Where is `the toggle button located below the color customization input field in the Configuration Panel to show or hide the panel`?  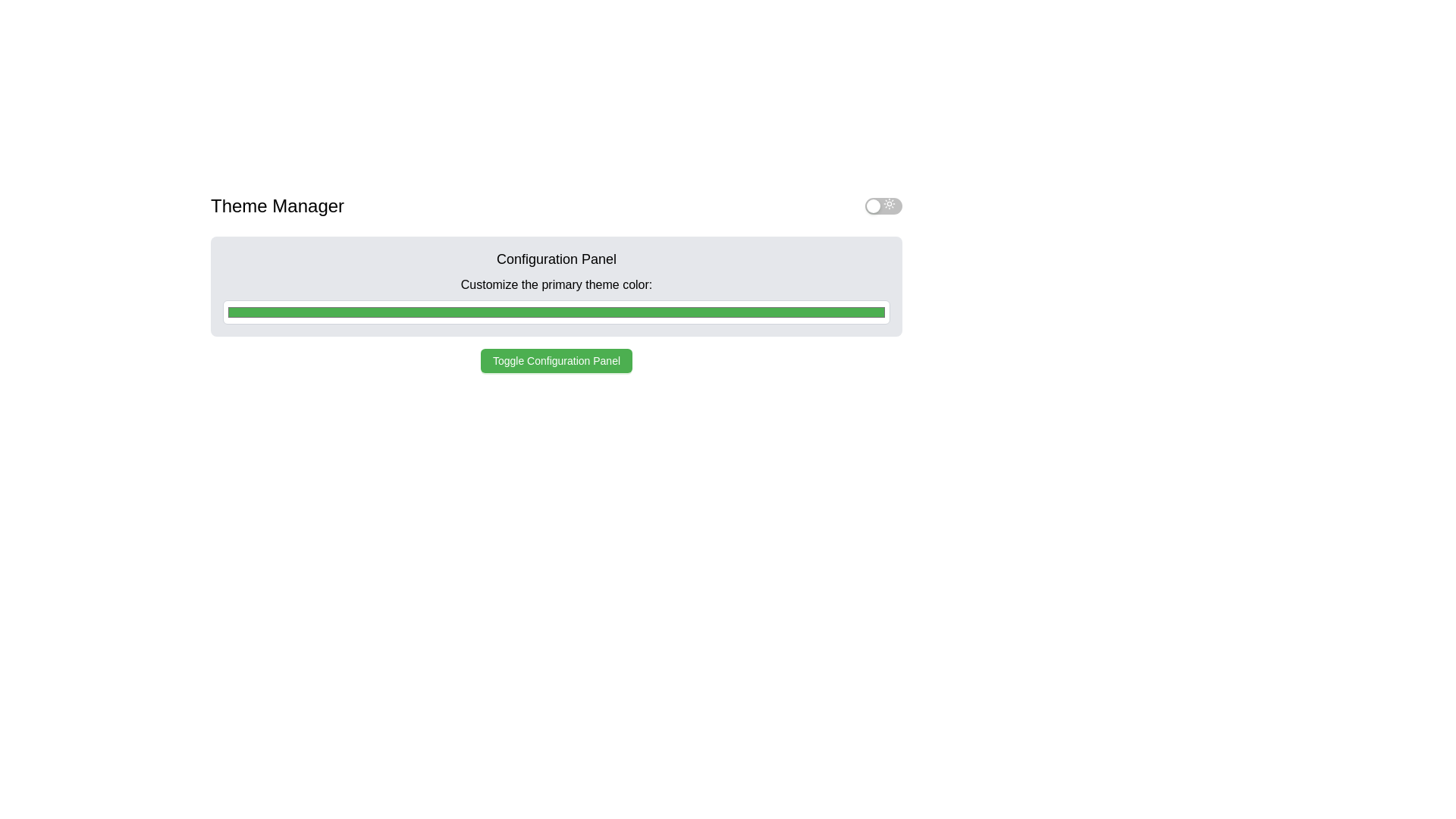 the toggle button located below the color customization input field in the Configuration Panel to show or hide the panel is located at coordinates (556, 360).